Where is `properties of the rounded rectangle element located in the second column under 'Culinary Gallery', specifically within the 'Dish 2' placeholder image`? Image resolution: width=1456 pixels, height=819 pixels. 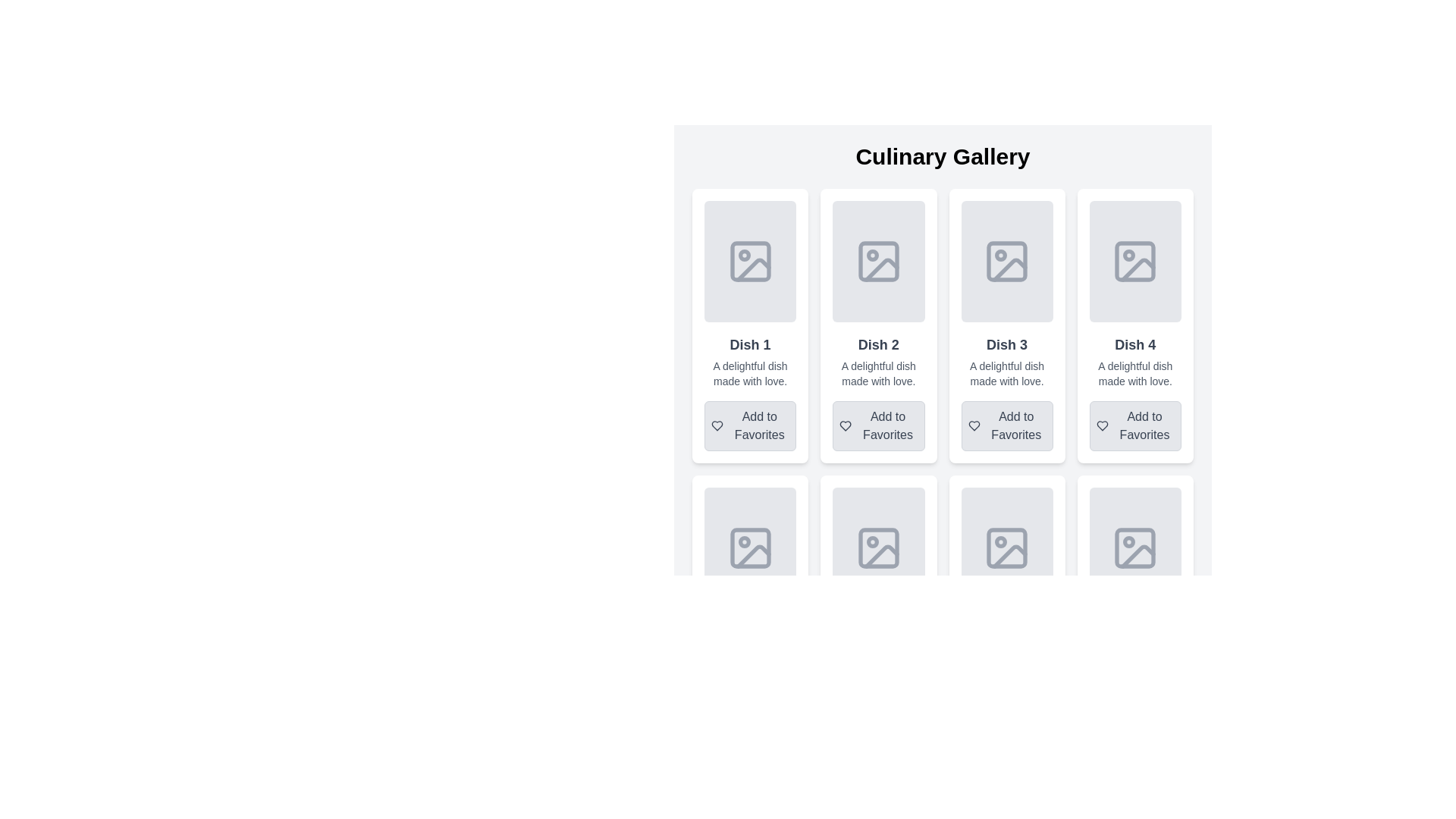 properties of the rounded rectangle element located in the second column under 'Culinary Gallery', specifically within the 'Dish 2' placeholder image is located at coordinates (878, 260).